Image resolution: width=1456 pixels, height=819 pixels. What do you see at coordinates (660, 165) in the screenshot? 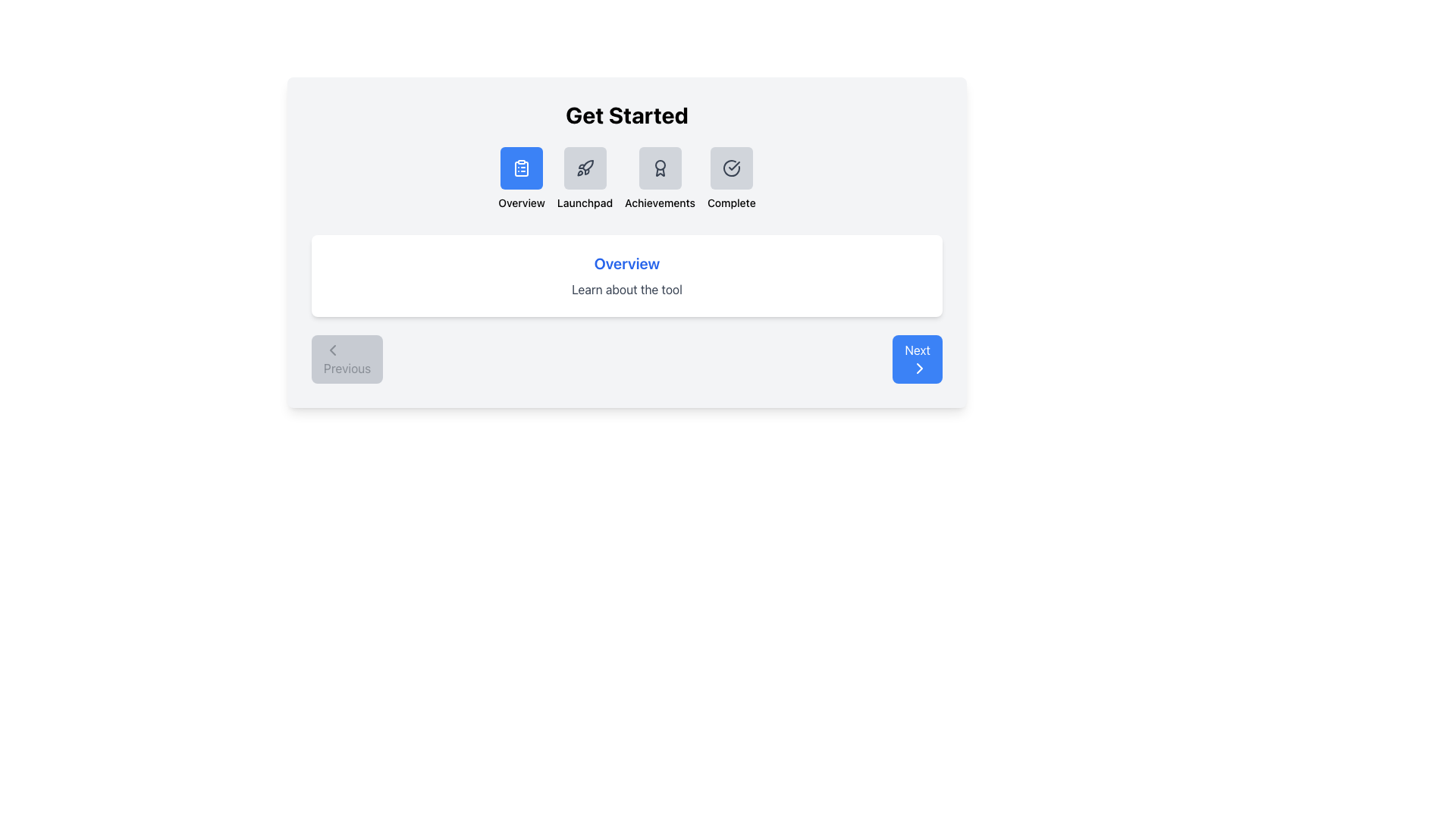
I see `the SVG-based circle component located in the Achievements section beneath the 'Get Started' title, which serves as a decorative graphical representation` at bounding box center [660, 165].